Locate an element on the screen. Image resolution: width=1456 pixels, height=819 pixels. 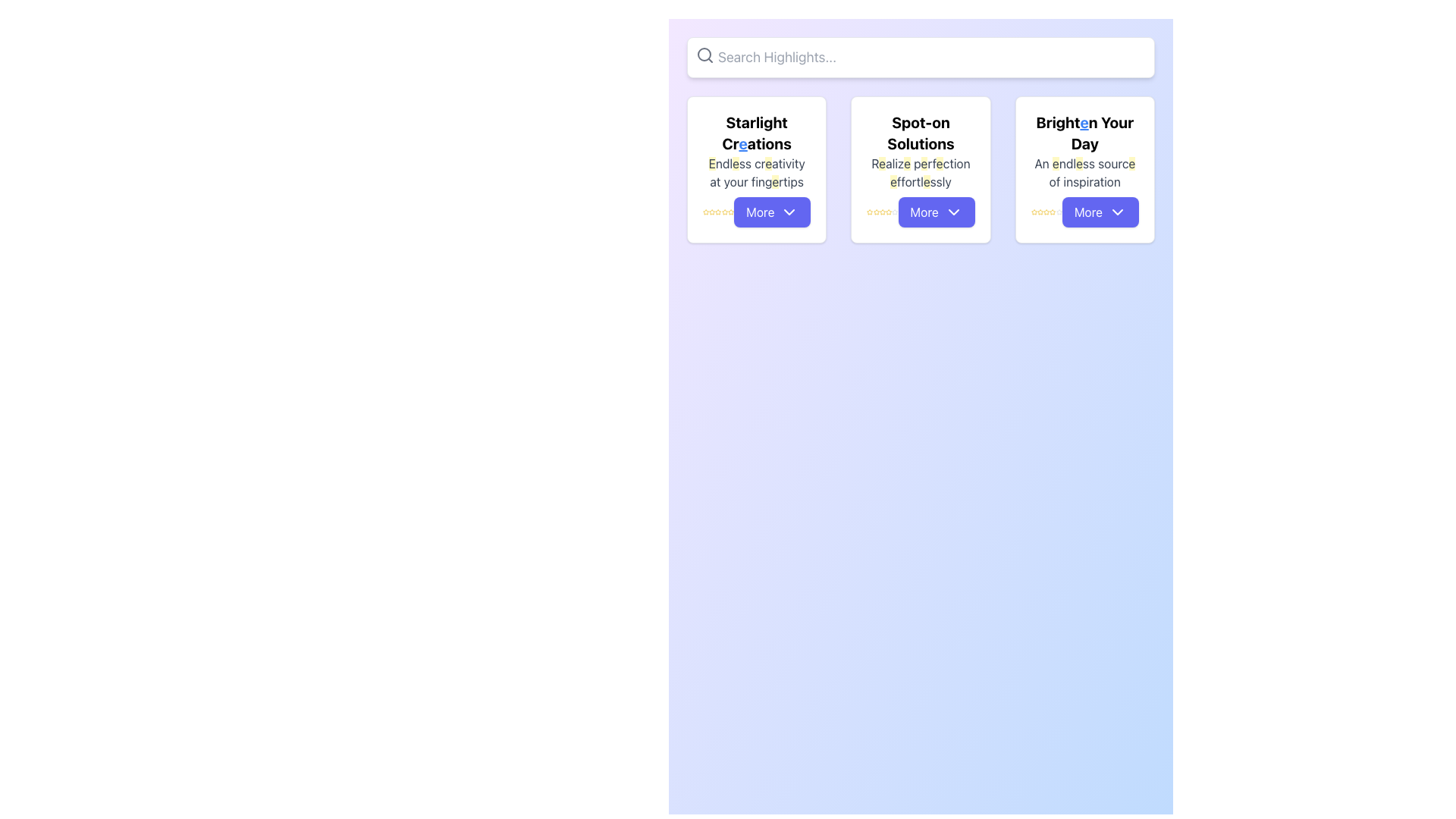
the highlighted lowercase letter 'e' with a yellow background in the word 'creativity' of the phrase 'Endless creativity at your fingertips' on the first card under 'Starlight Creations' is located at coordinates (768, 164).